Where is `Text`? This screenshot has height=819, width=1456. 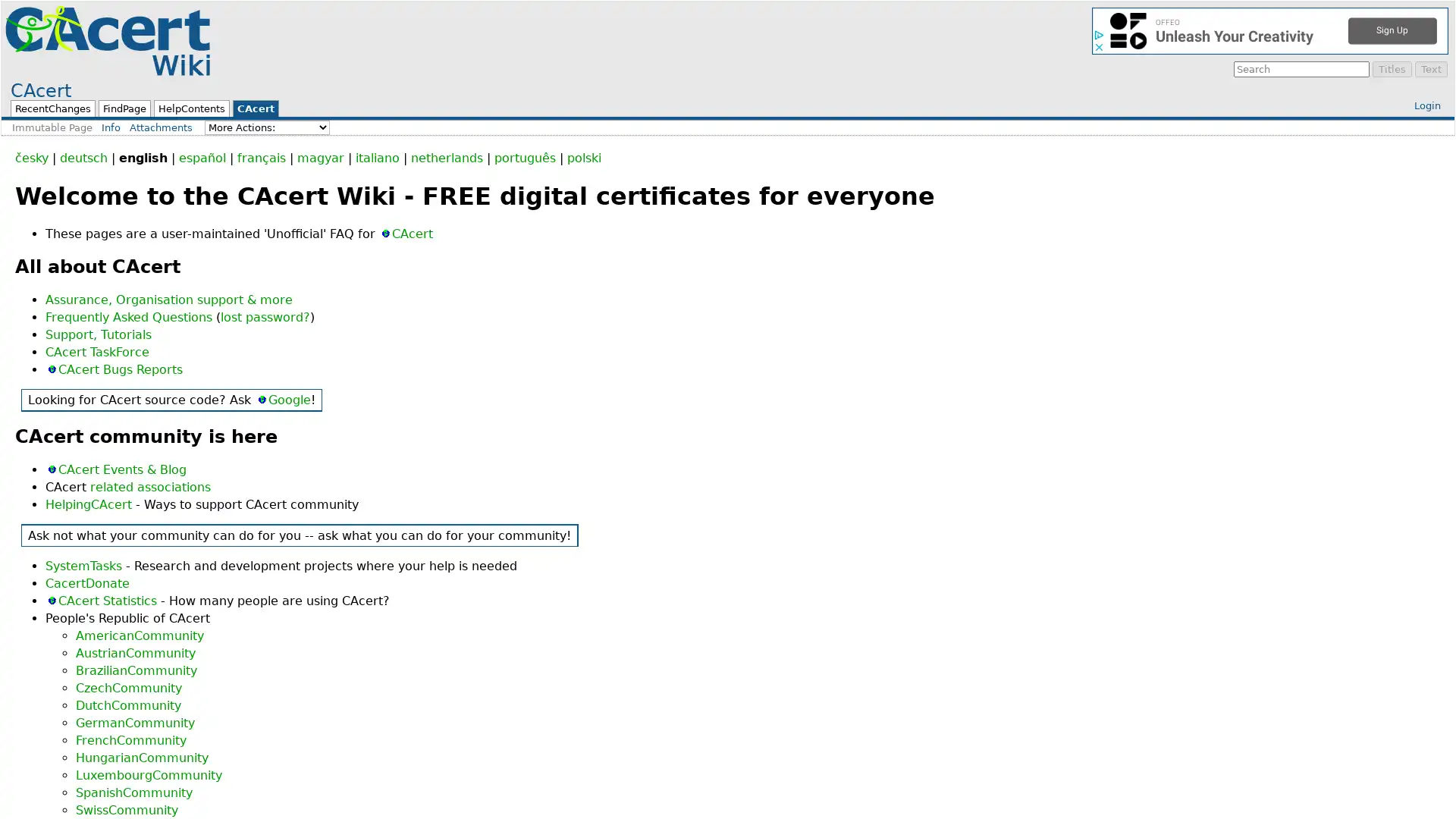 Text is located at coordinates (1430, 69).